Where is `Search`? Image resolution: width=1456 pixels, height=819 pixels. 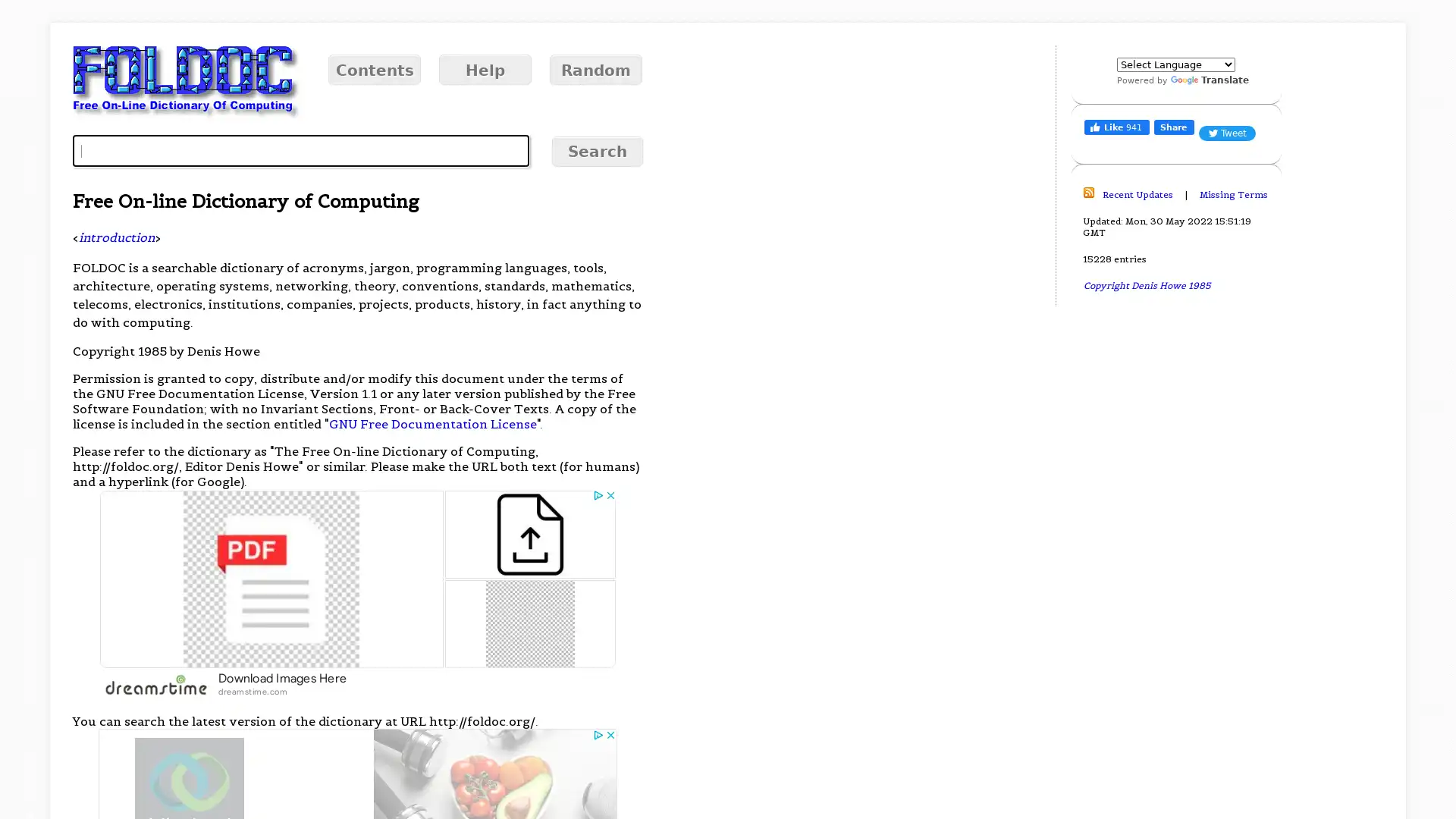
Search is located at coordinates (596, 152).